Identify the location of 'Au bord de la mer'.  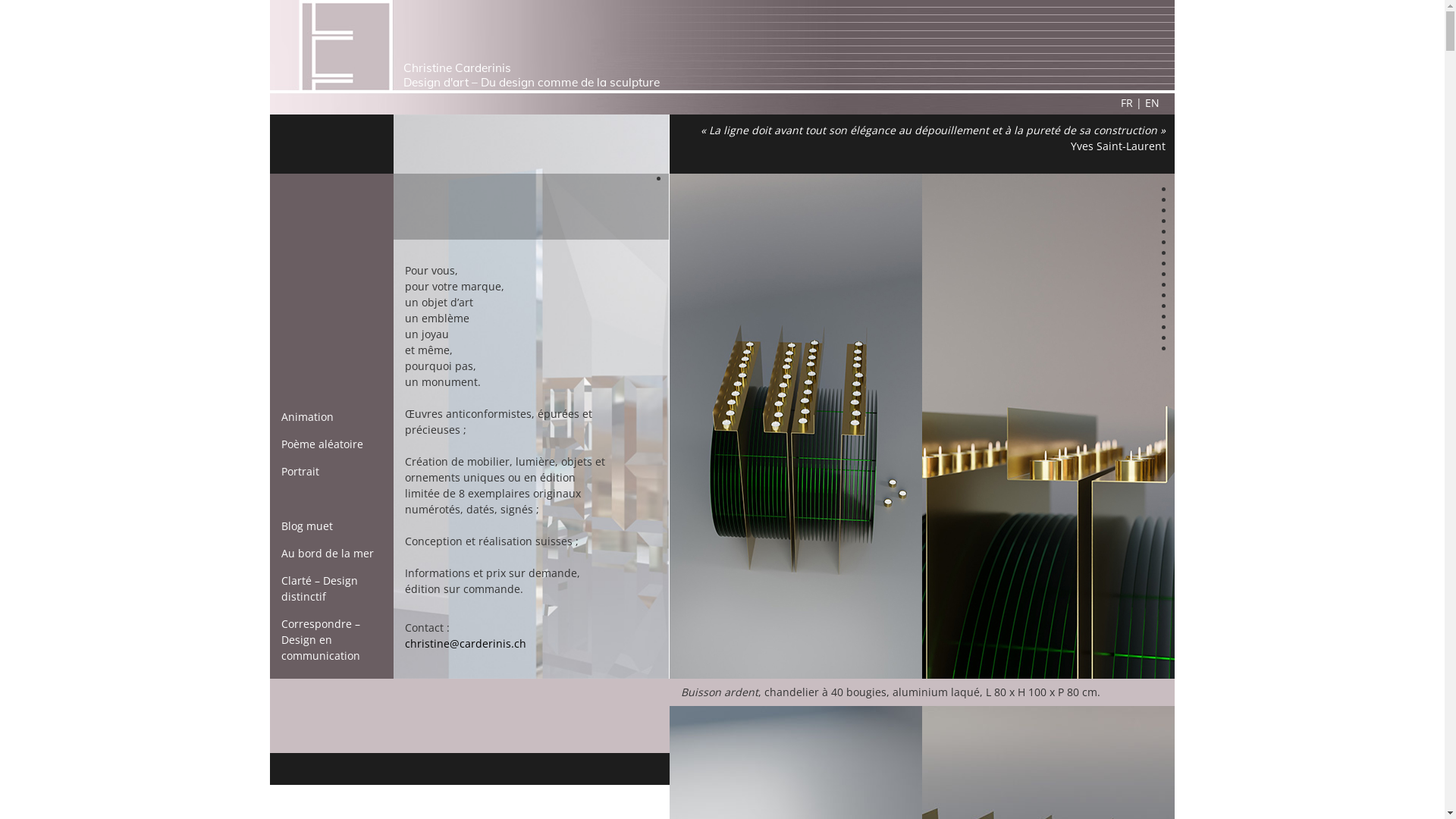
(327, 553).